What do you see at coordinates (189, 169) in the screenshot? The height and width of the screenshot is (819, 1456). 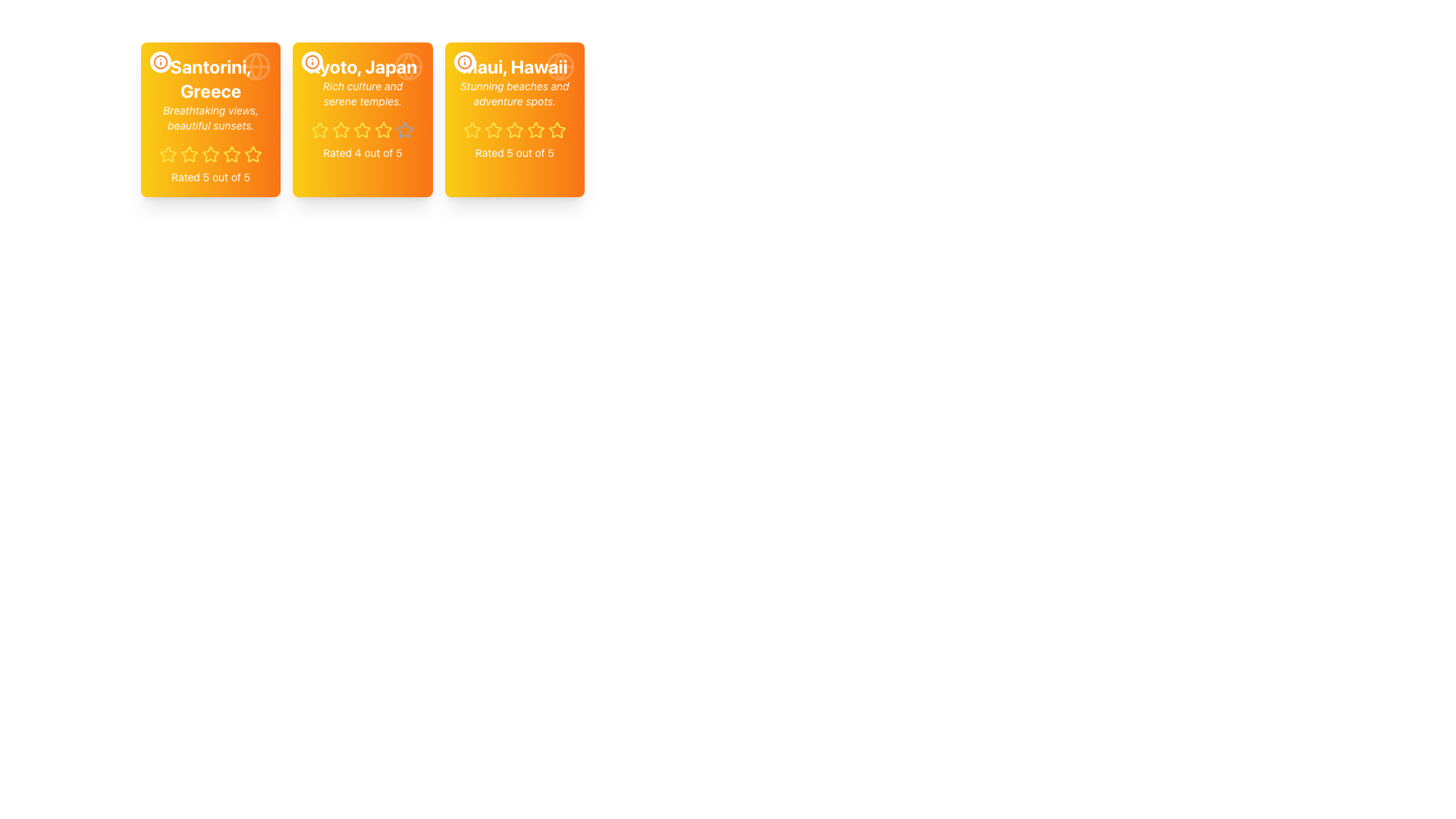 I see `across the first star icon in the rating system` at bounding box center [189, 169].